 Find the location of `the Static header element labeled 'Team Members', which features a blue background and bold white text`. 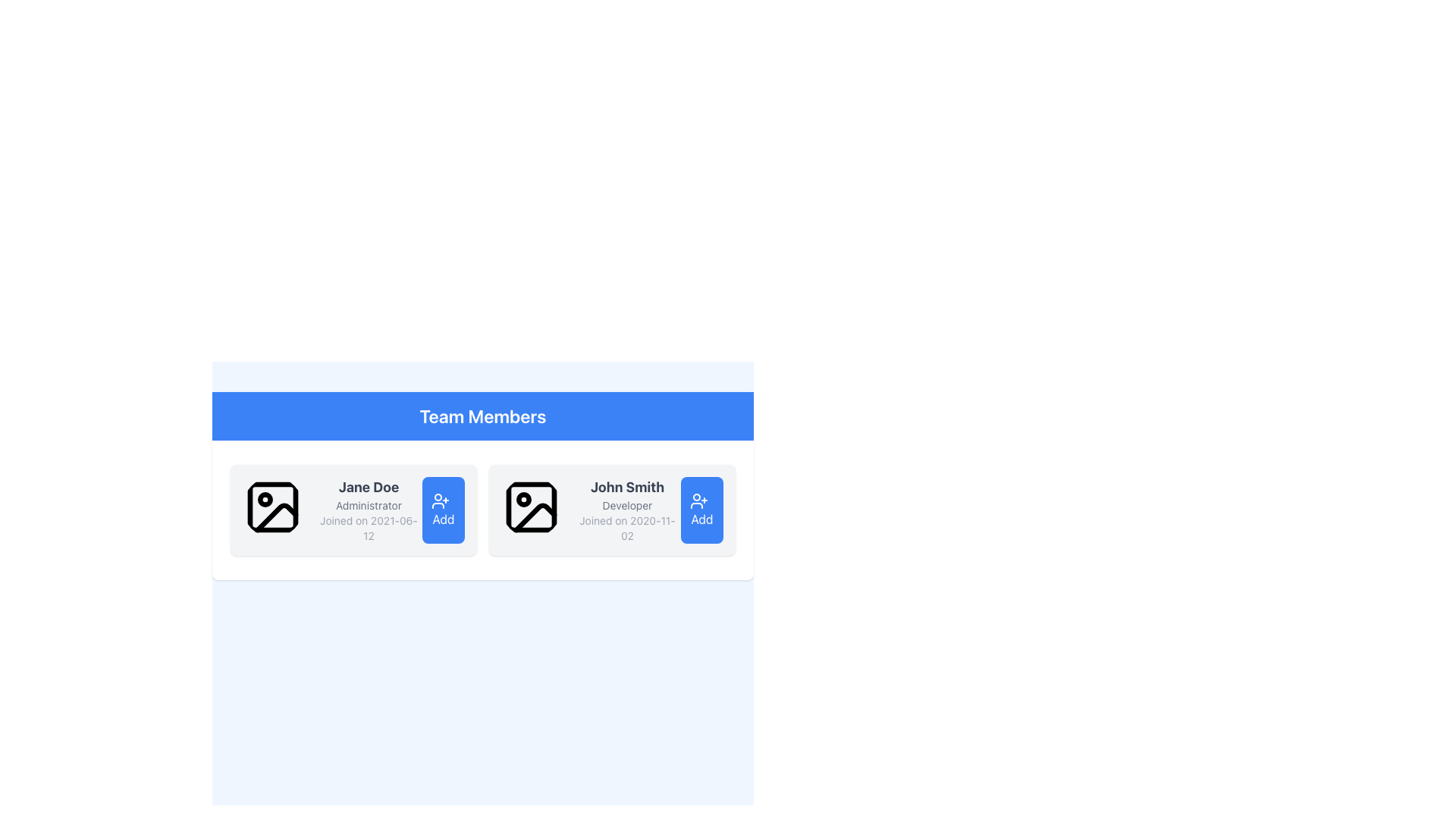

the Static header element labeled 'Team Members', which features a blue background and bold white text is located at coordinates (482, 416).